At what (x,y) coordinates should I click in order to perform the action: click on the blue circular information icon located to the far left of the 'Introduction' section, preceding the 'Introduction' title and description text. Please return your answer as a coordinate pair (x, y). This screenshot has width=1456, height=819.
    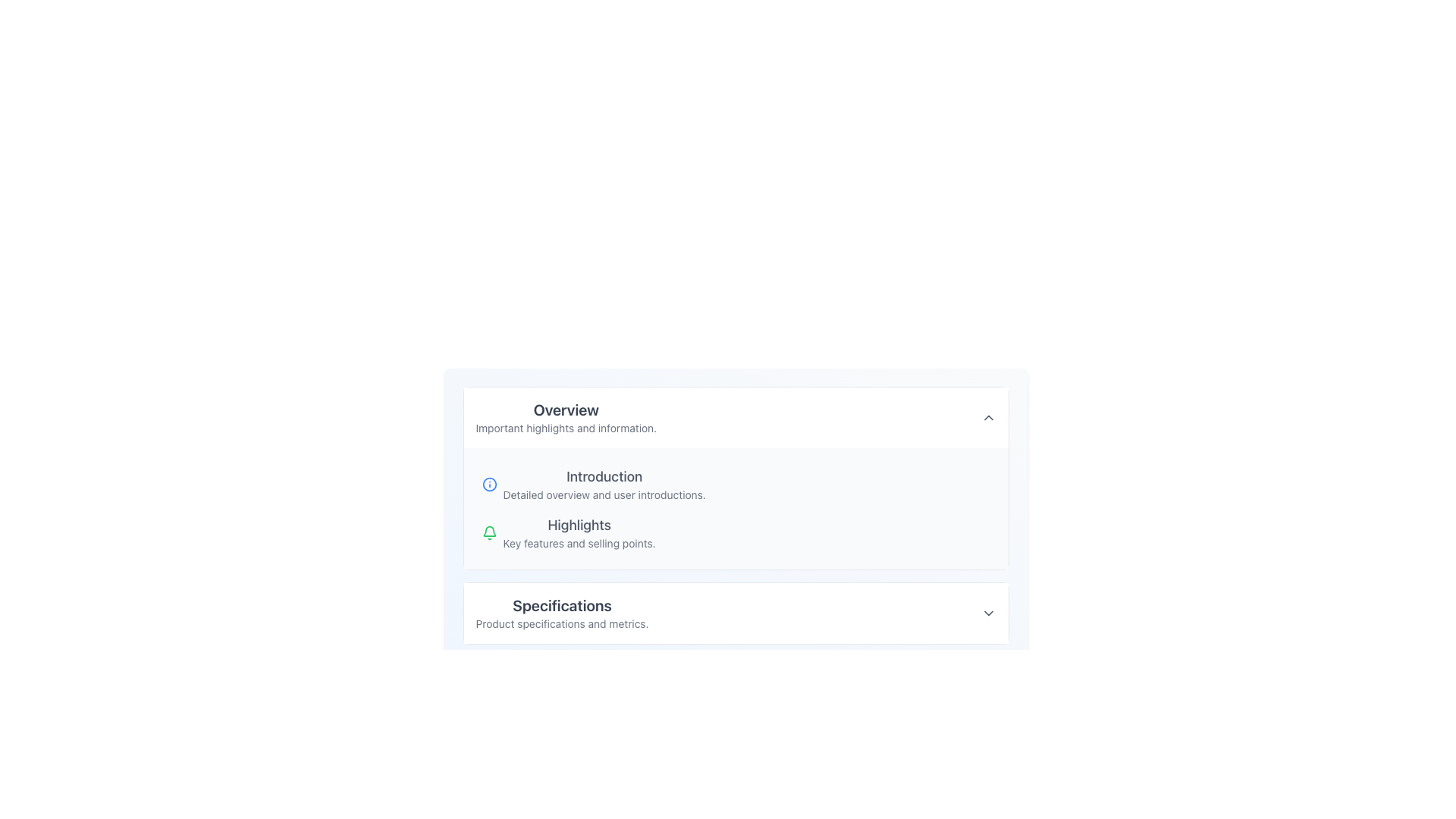
    Looking at the image, I should click on (489, 485).